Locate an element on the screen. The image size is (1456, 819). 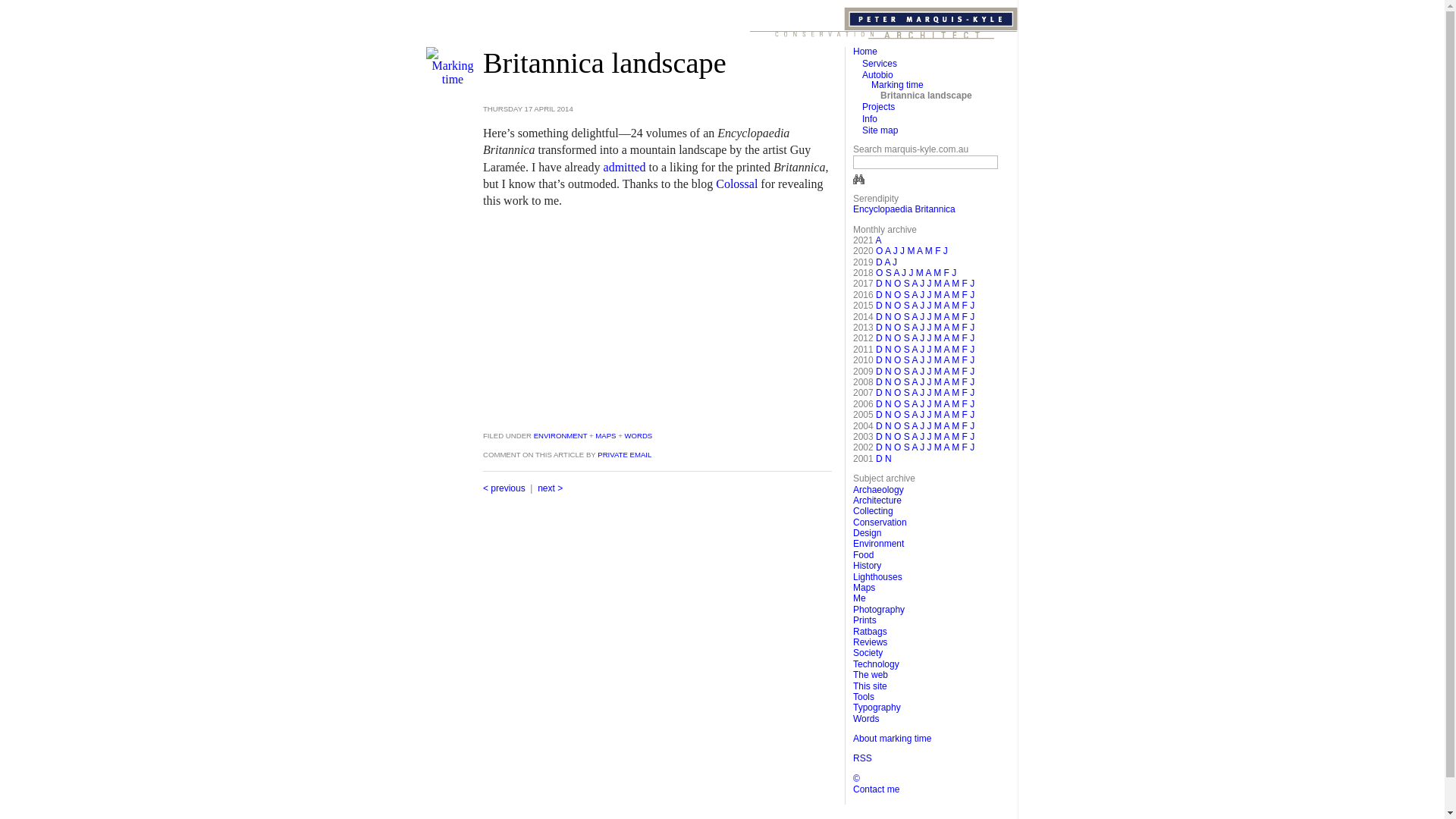
'Society' is located at coordinates (852, 651).